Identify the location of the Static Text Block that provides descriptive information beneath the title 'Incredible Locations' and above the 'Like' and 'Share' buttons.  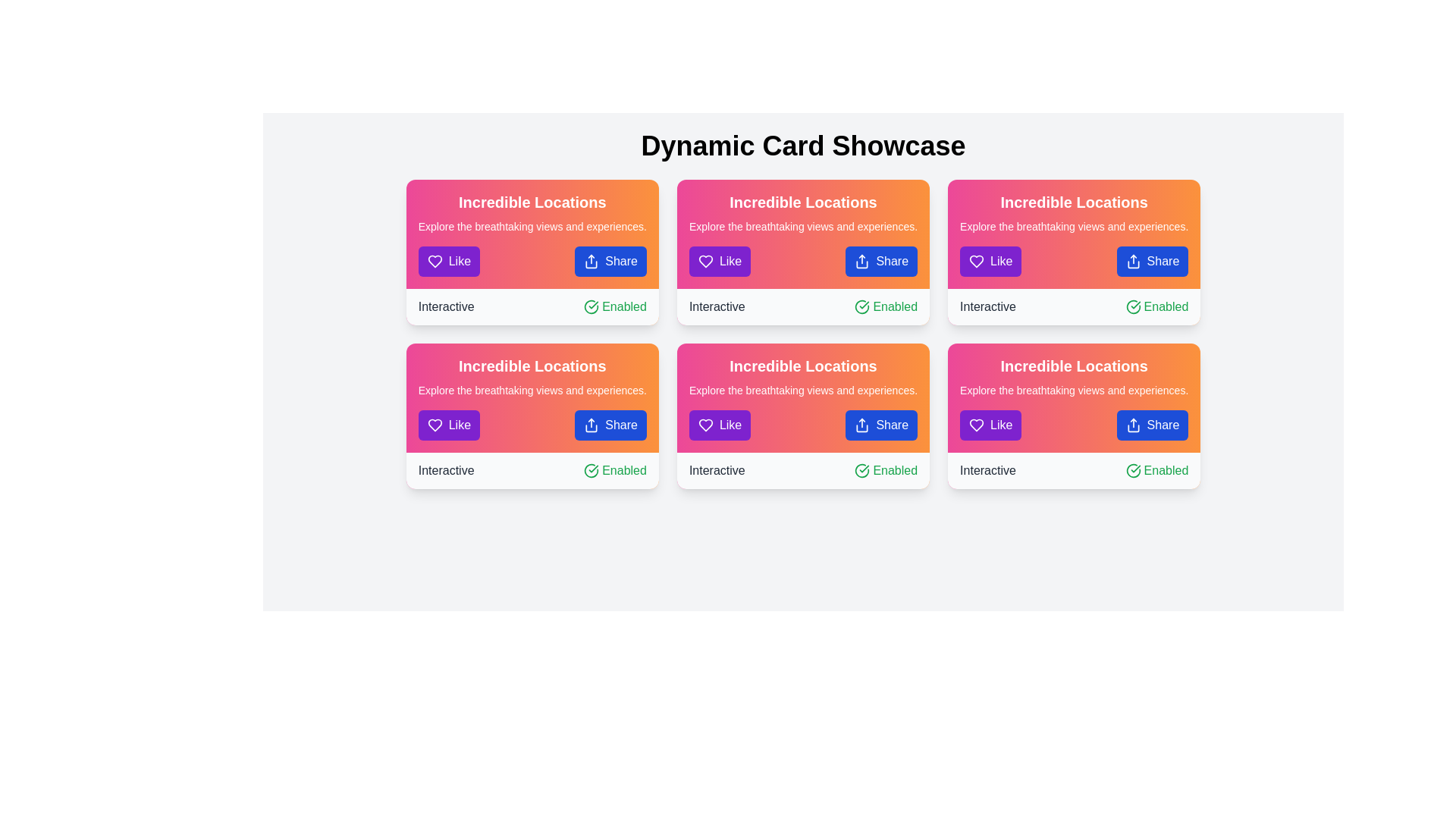
(1073, 227).